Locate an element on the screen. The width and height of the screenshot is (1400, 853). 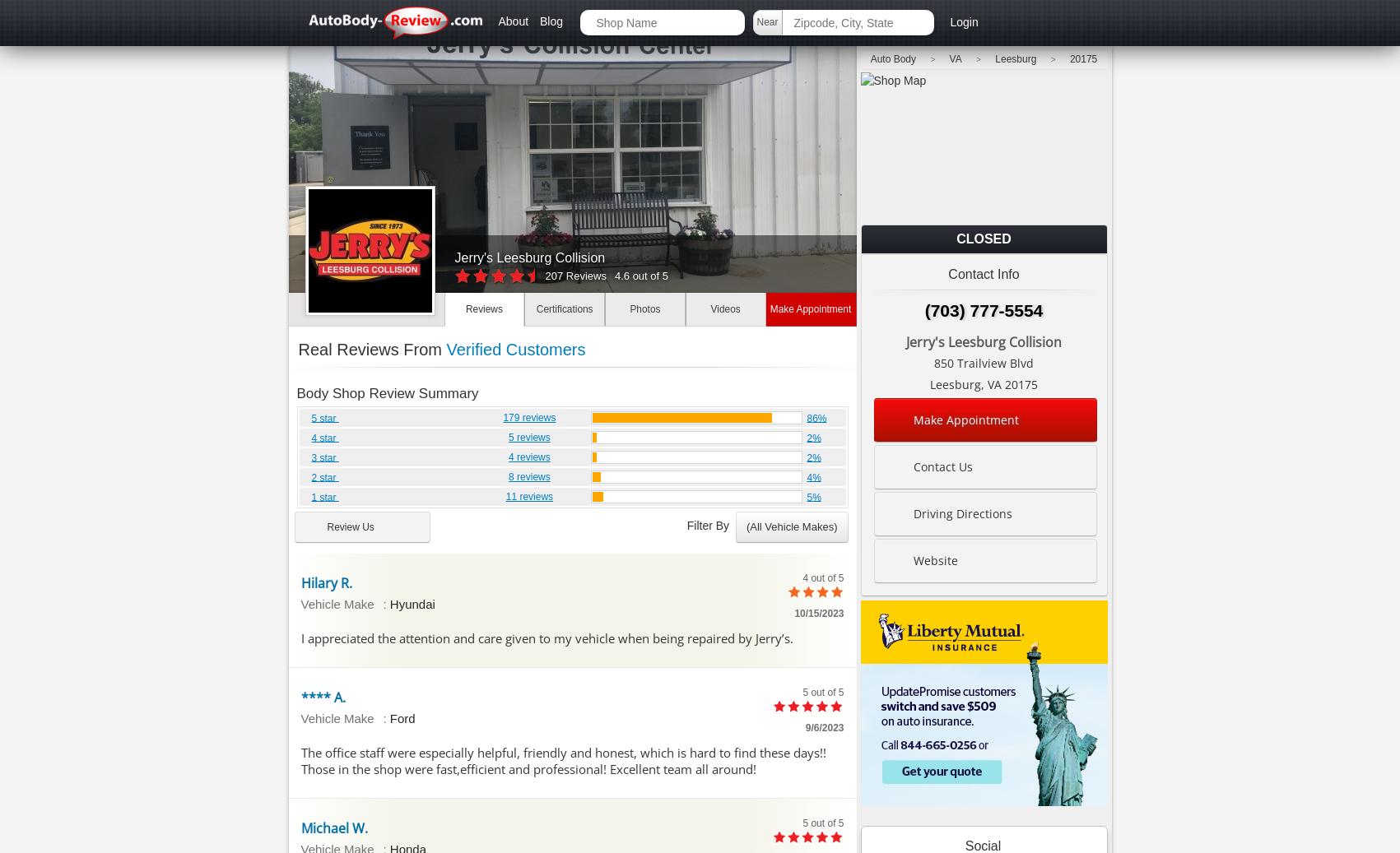
'4%' is located at coordinates (806, 476).